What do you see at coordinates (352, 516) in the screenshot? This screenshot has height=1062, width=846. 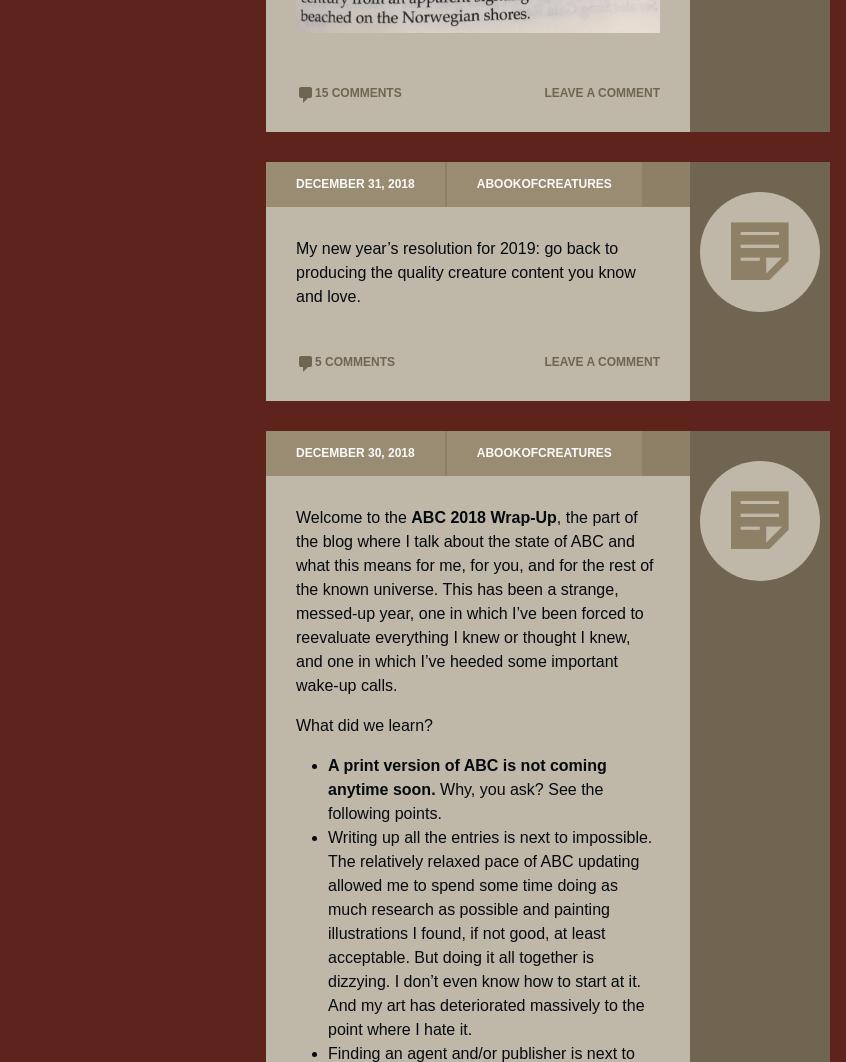 I see `'Welcome to the'` at bounding box center [352, 516].